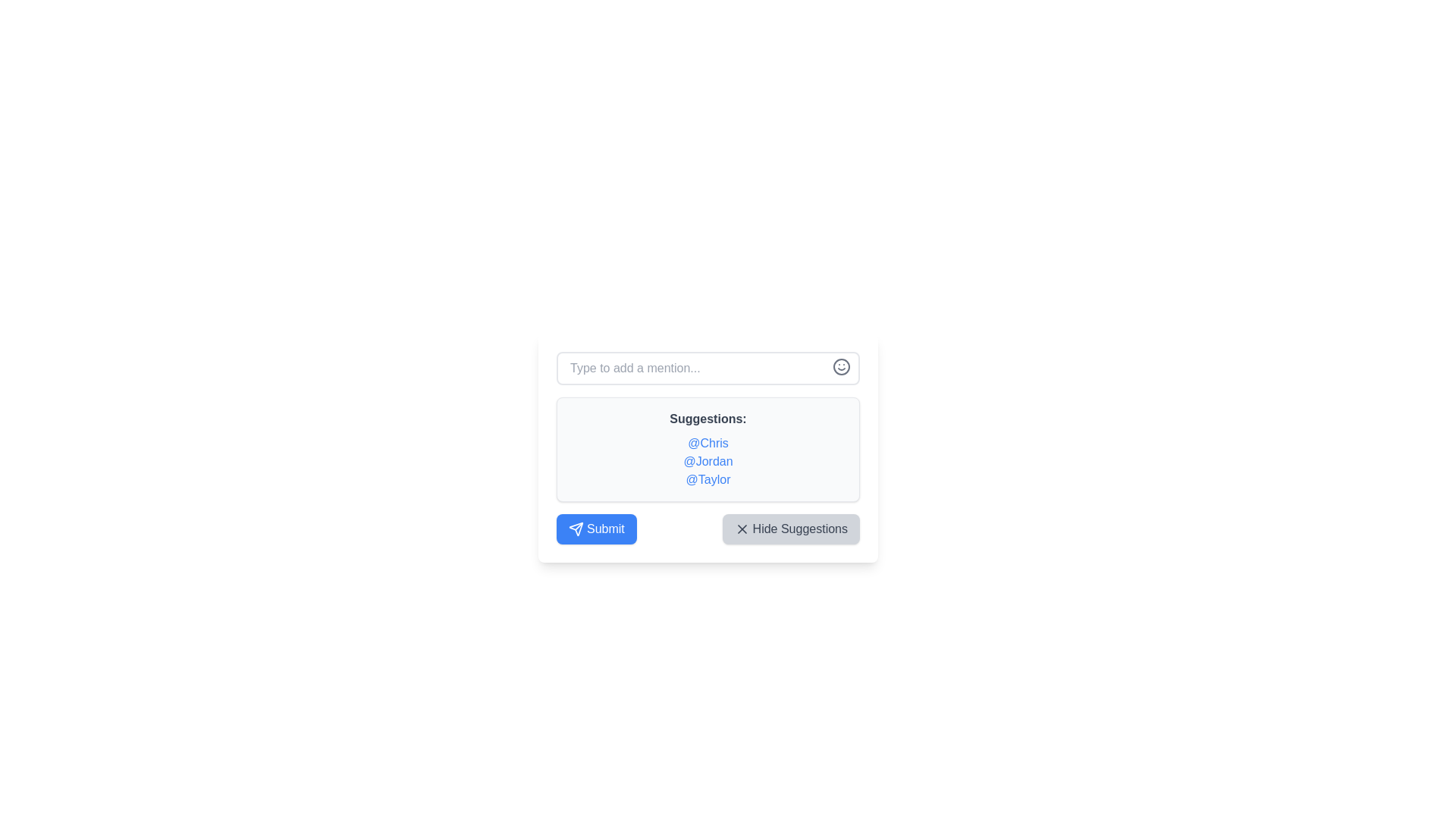  Describe the element at coordinates (742, 529) in the screenshot. I see `the cross icon (×) within the 'Hide Suggestions' button located in the bottom-right corner of the suggestion box to hide the suggestions` at that location.